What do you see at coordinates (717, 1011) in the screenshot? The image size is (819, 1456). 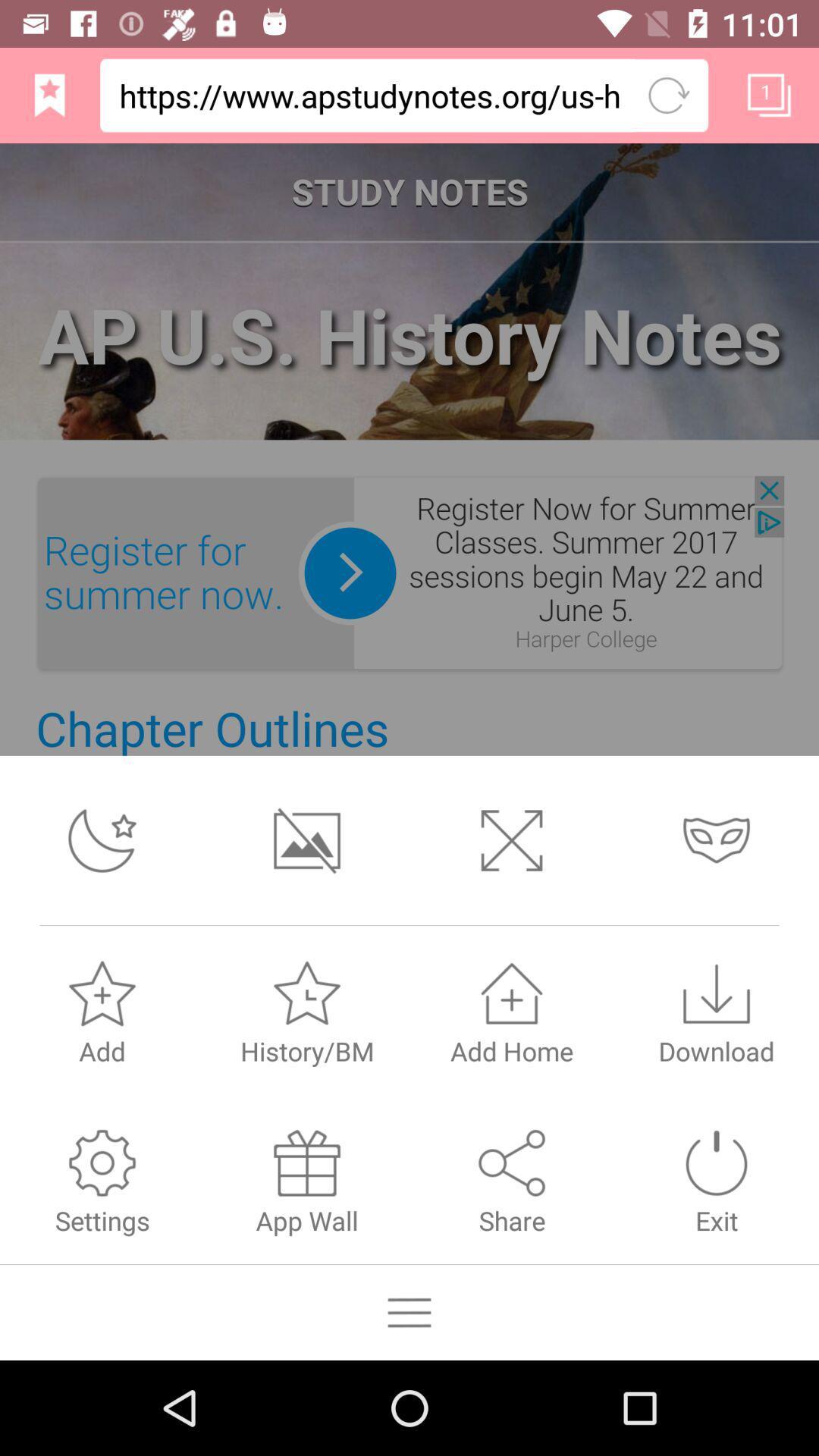 I see `the download icon above exit` at bounding box center [717, 1011].